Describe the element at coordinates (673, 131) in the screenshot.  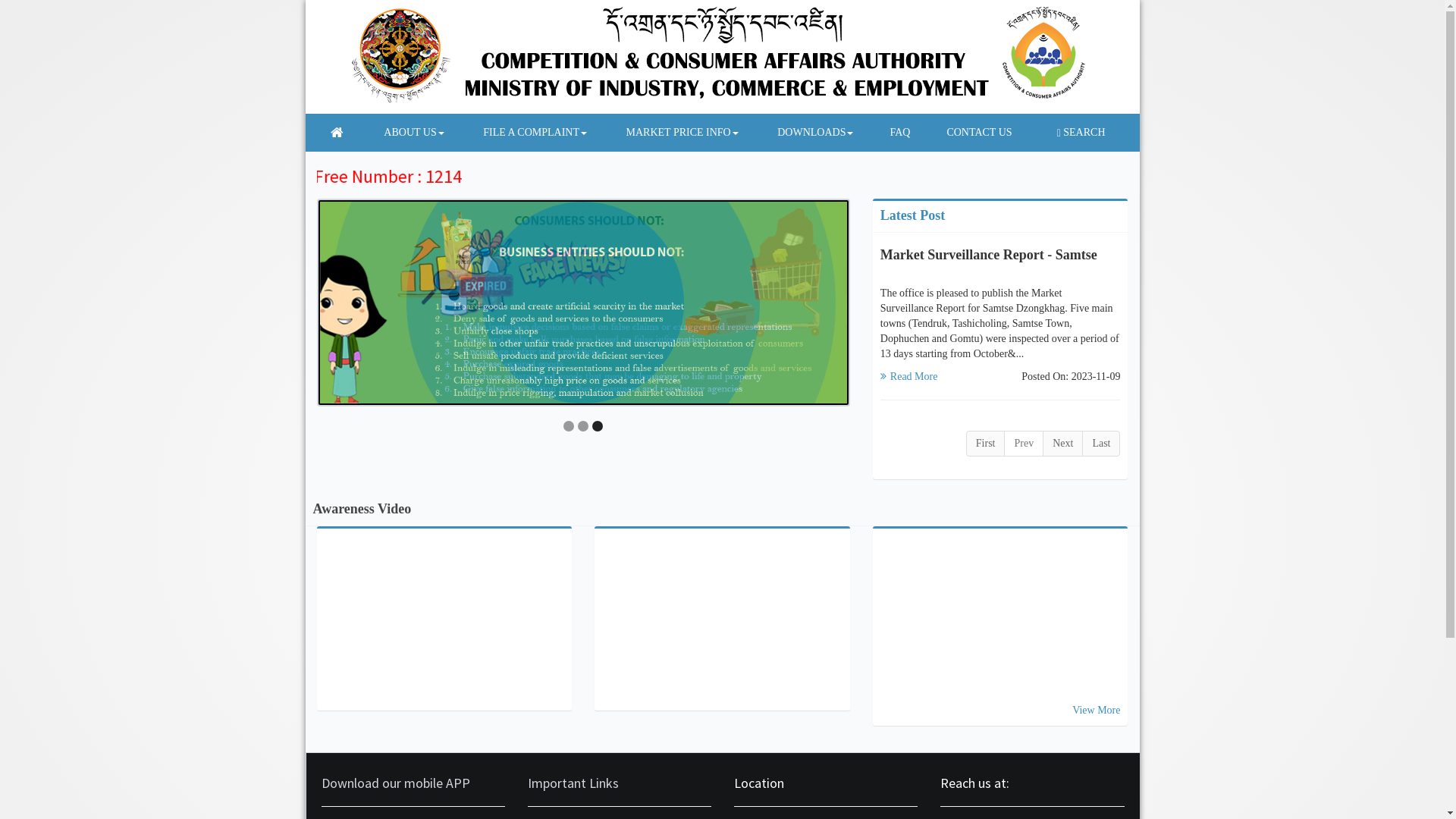
I see `'MARKET PRICE INFO'` at that location.